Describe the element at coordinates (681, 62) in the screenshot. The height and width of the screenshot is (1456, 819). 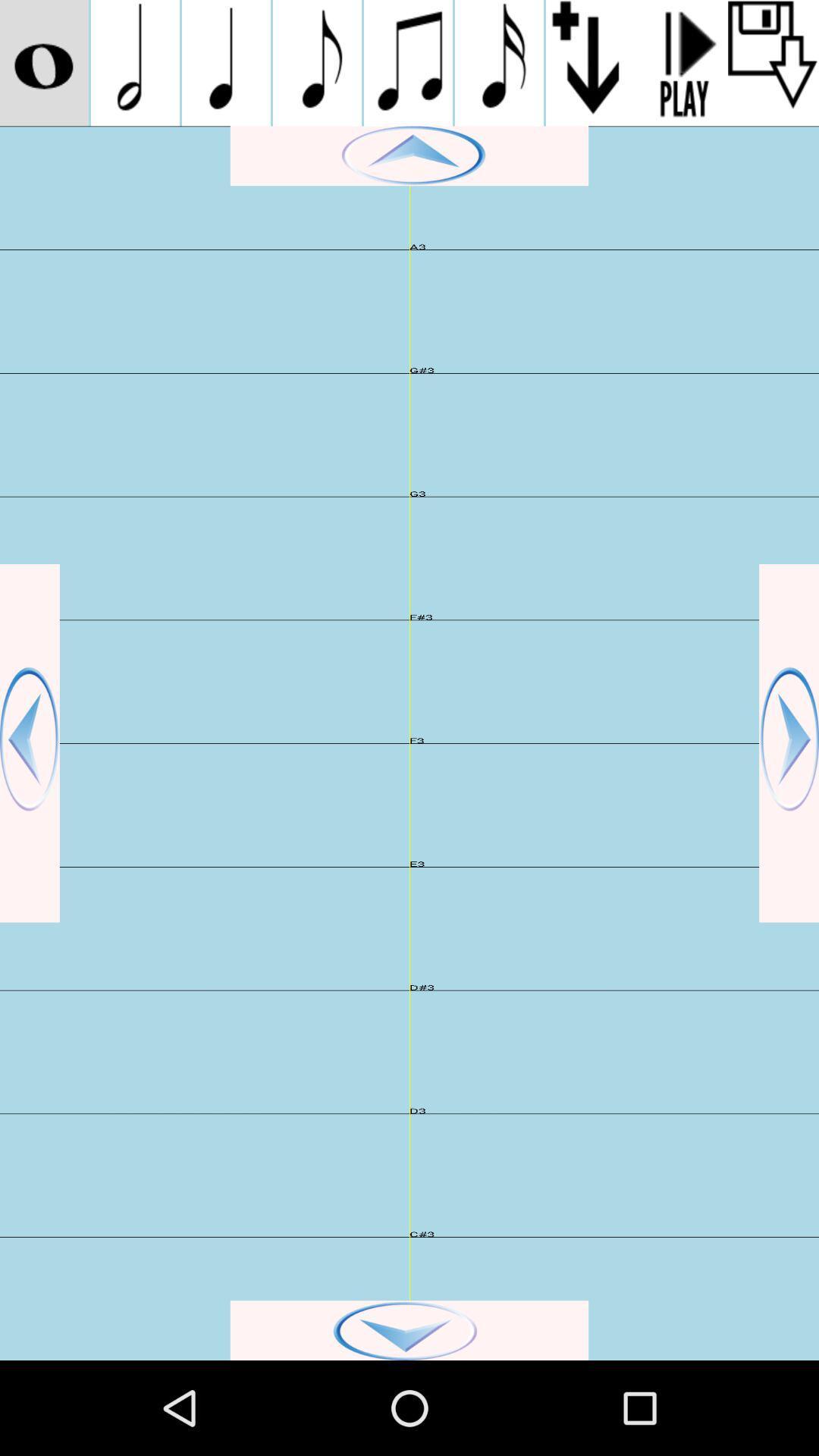
I see `play` at that location.